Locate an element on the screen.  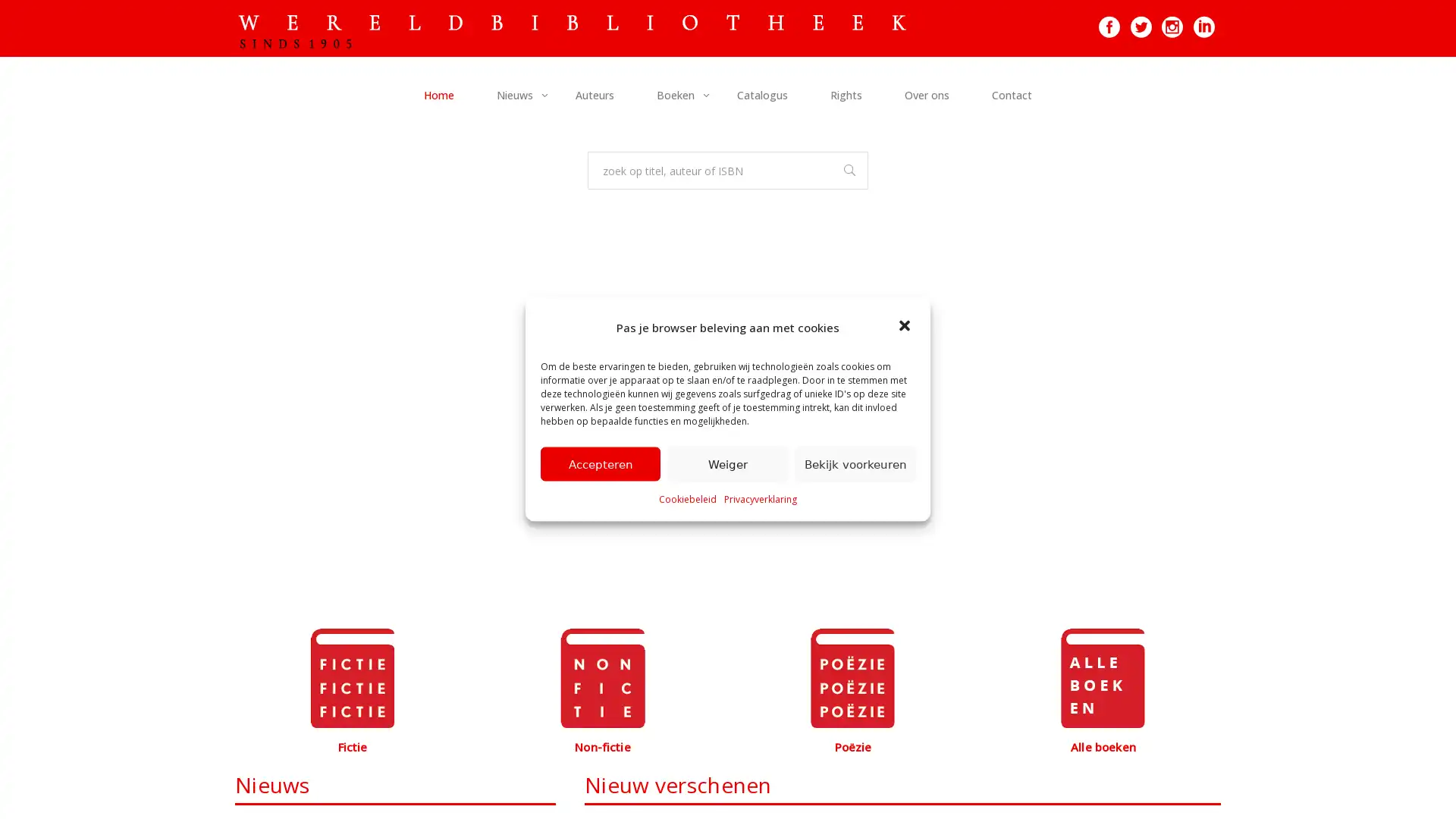
Bekijk voorkeuren is located at coordinates (855, 463).